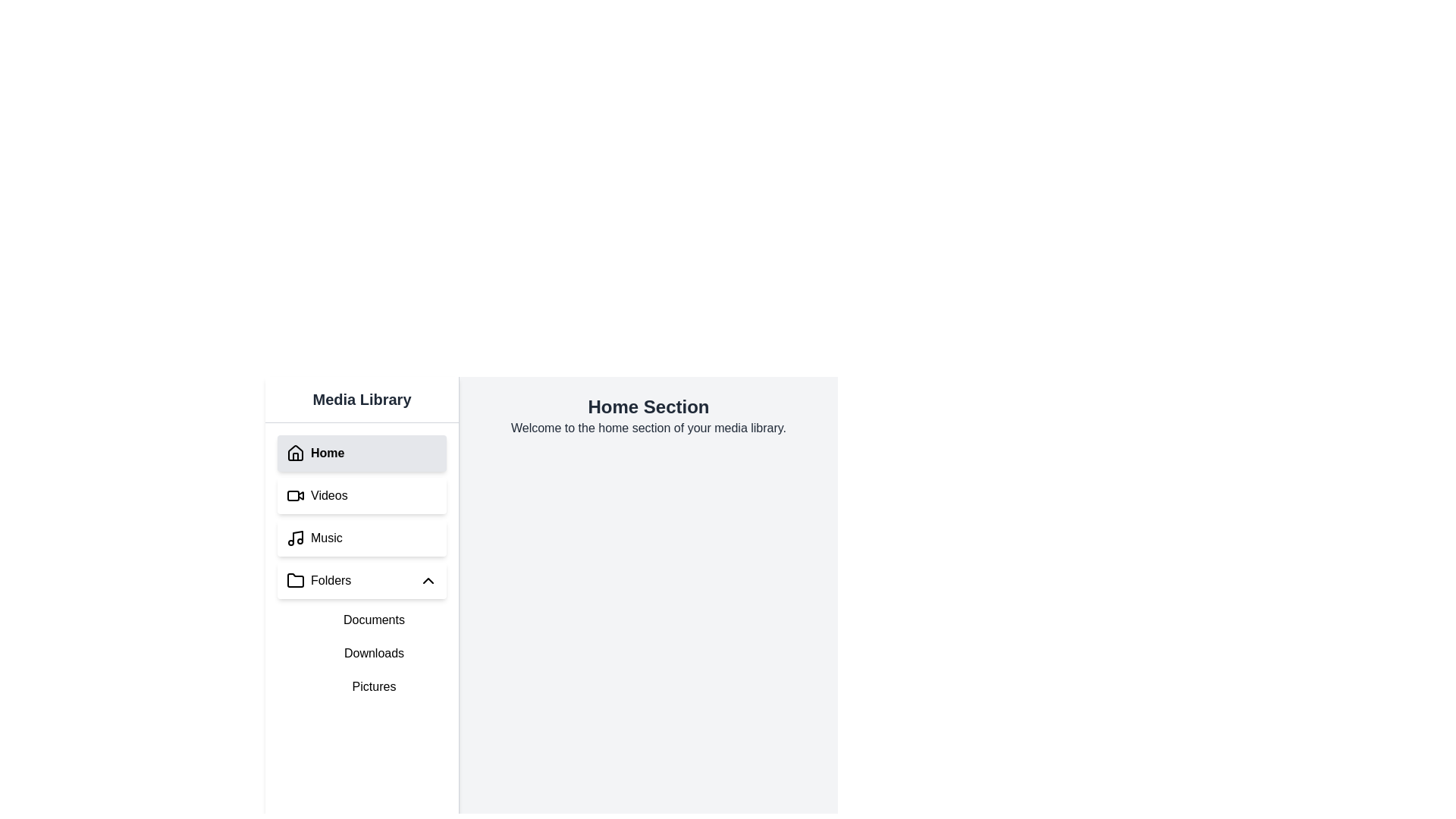  What do you see at coordinates (327, 452) in the screenshot?
I see `the 'Home' label within the button element, which is styled in bold and aligned to the right of a house icon in the left navigation panel under the 'Media Library' section` at bounding box center [327, 452].